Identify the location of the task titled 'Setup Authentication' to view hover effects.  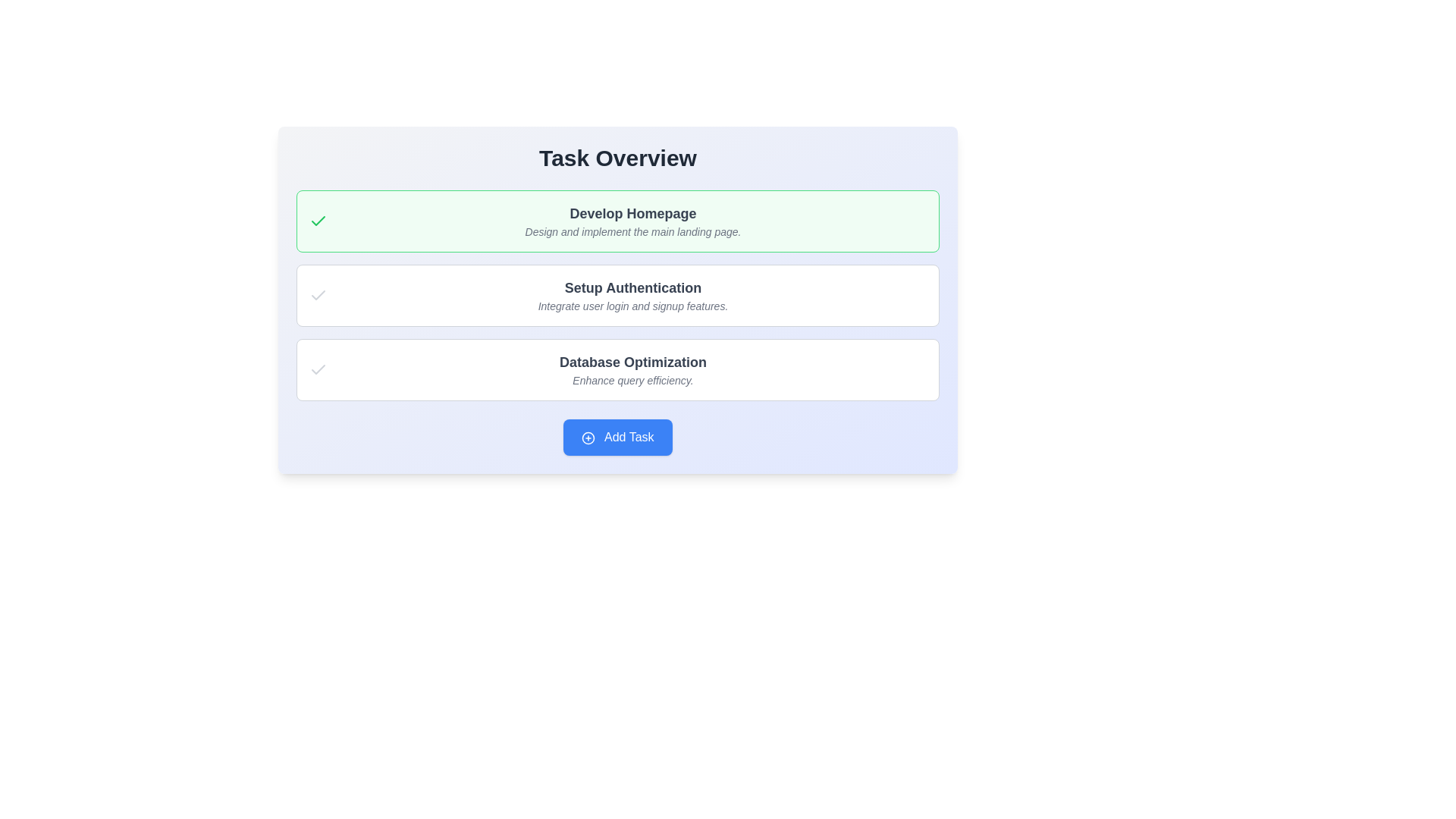
(618, 295).